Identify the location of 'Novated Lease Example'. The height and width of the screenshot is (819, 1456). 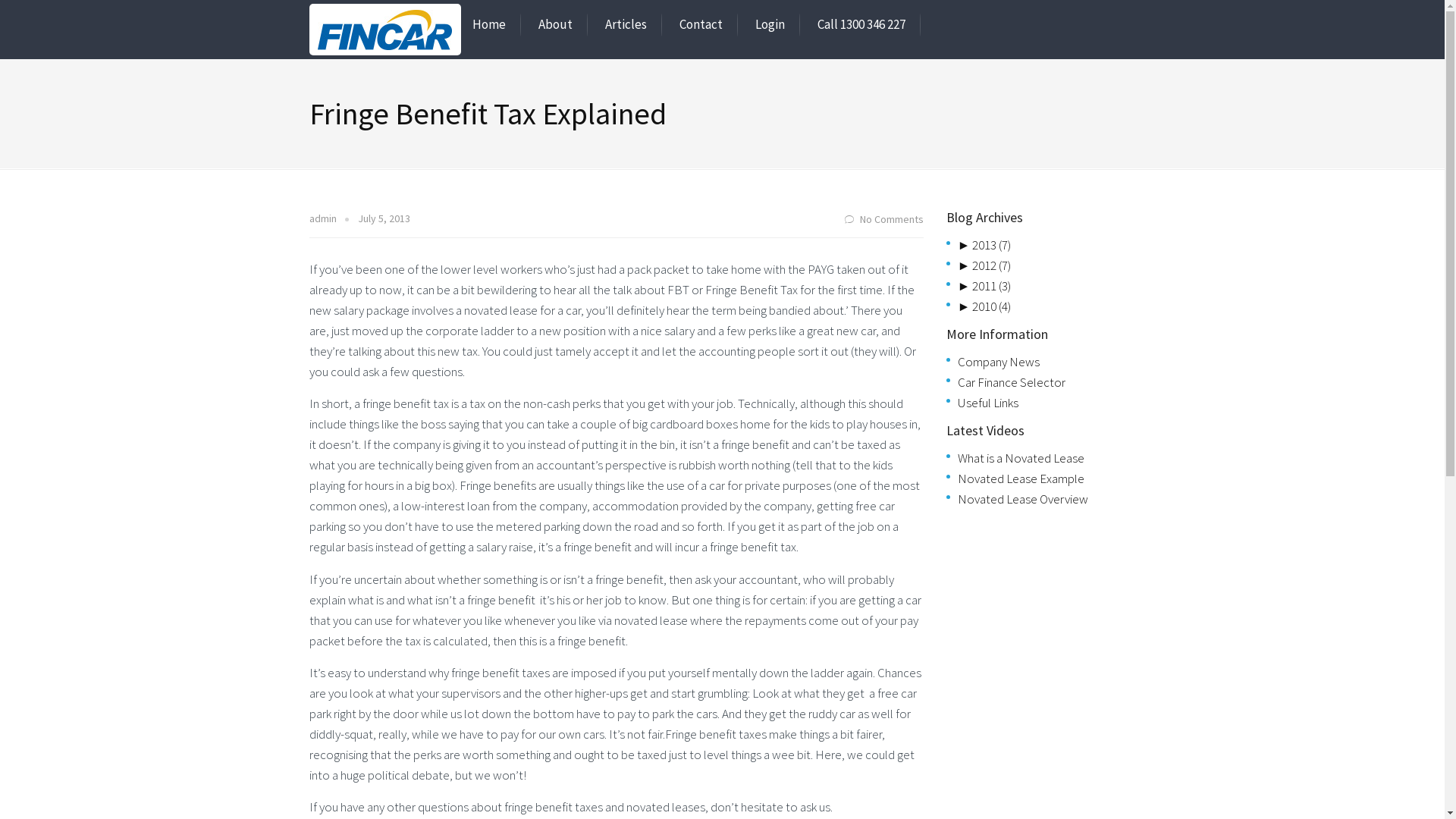
(956, 479).